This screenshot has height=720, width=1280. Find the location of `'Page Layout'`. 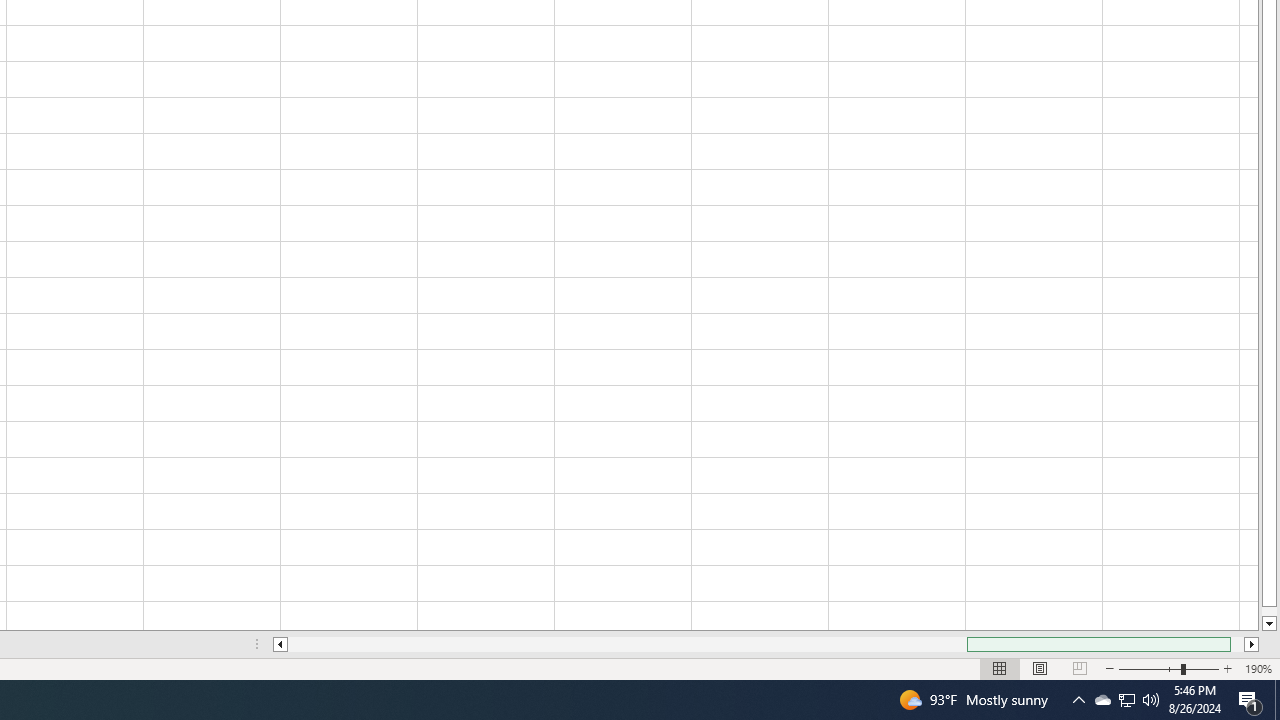

'Page Layout' is located at coordinates (1040, 669).